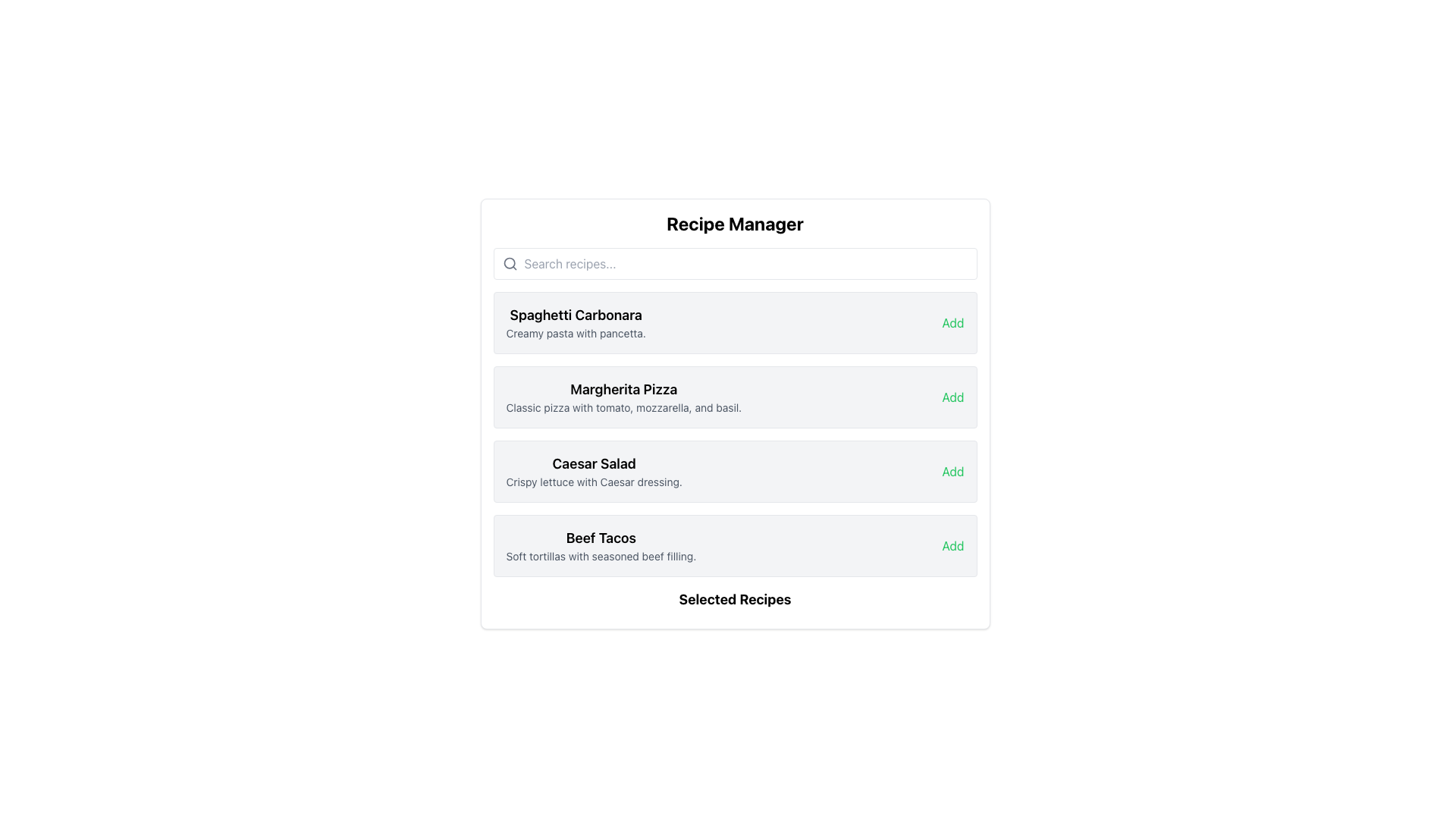 This screenshot has width=1456, height=819. What do you see at coordinates (600, 556) in the screenshot?
I see `the smaller-sized gray text that reads 'Soft tortillas with seasoned beef filling.' located under the 'Beef Tacos' entry` at bounding box center [600, 556].